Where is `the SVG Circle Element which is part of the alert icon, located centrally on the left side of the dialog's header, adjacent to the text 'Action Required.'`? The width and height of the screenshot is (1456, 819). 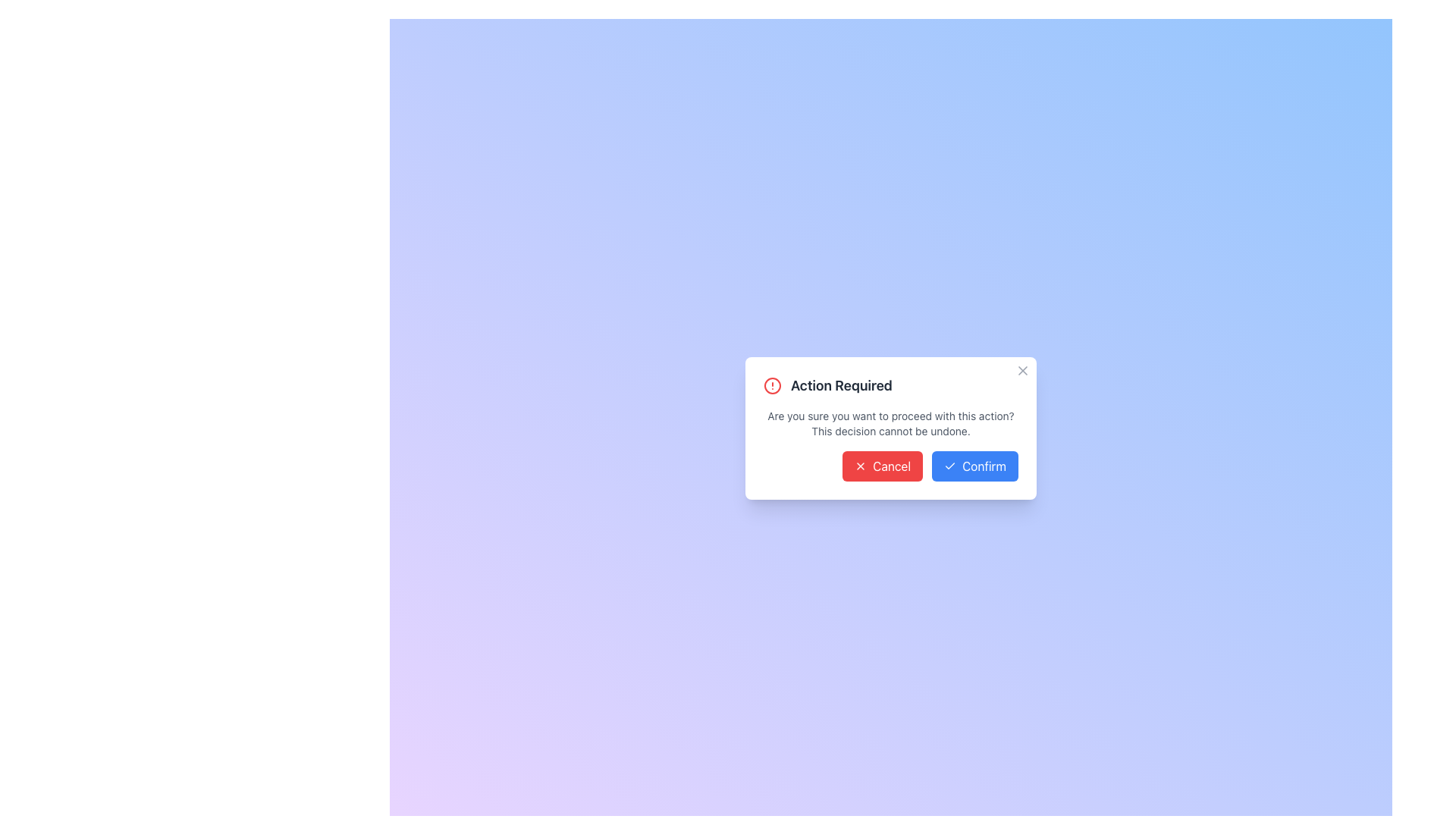 the SVG Circle Element which is part of the alert icon, located centrally on the left side of the dialog's header, adjacent to the text 'Action Required.' is located at coordinates (772, 385).